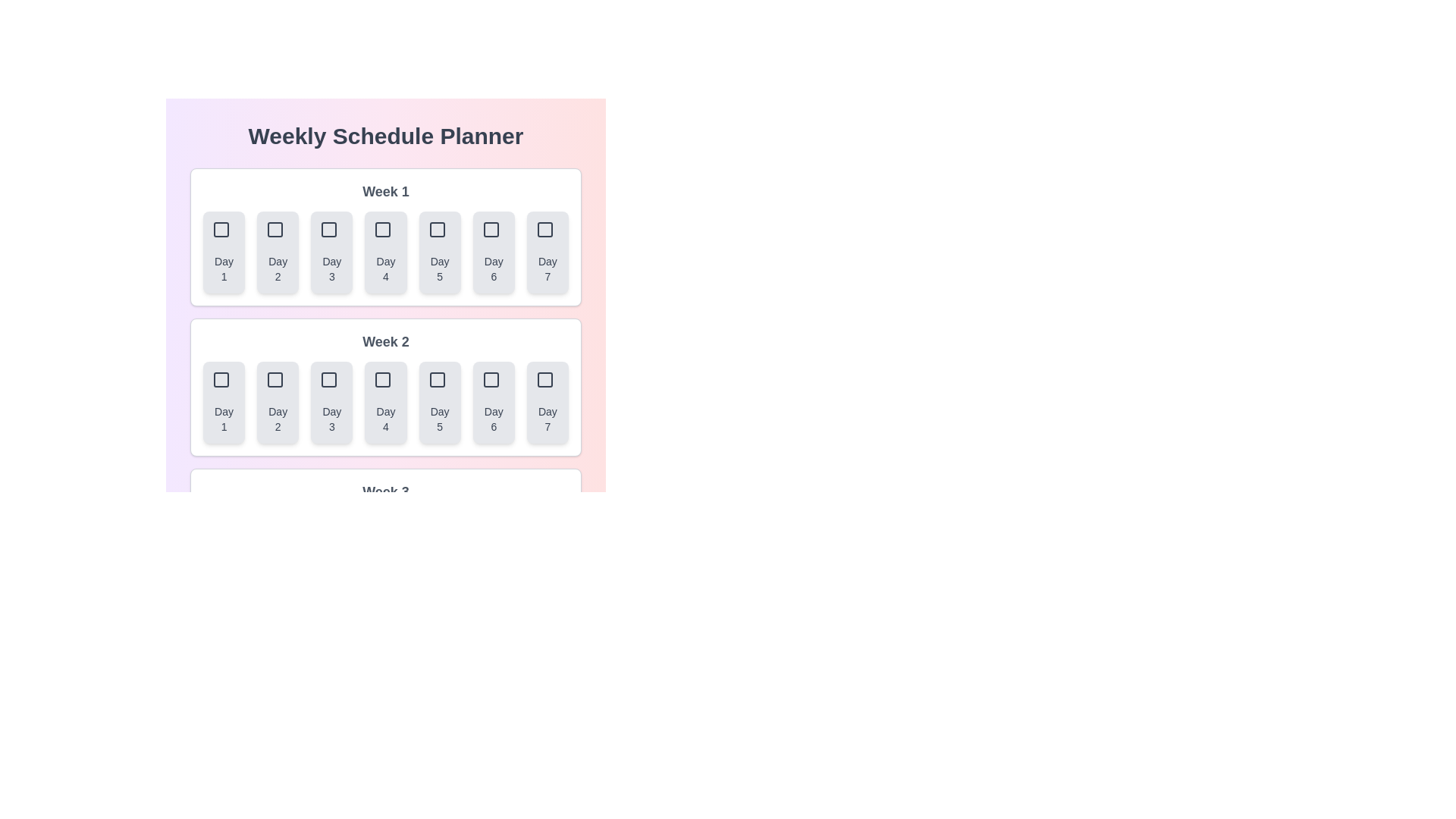 Image resolution: width=1456 pixels, height=819 pixels. Describe the element at coordinates (439, 553) in the screenshot. I see `the button corresponding to Week 3 and Day 5 to select that day` at that location.